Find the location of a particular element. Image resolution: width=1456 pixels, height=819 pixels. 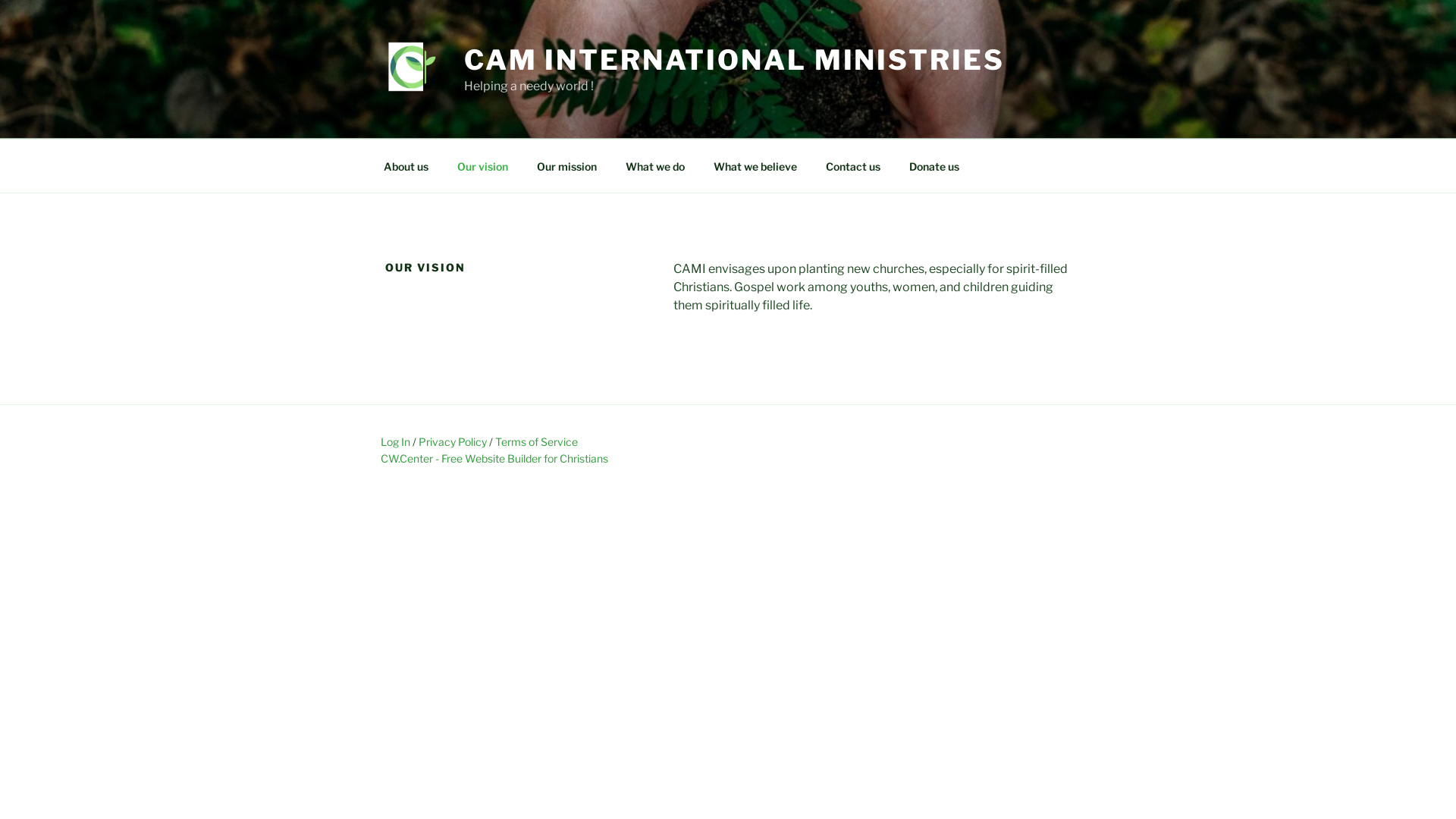

'What we believe' is located at coordinates (755, 165).